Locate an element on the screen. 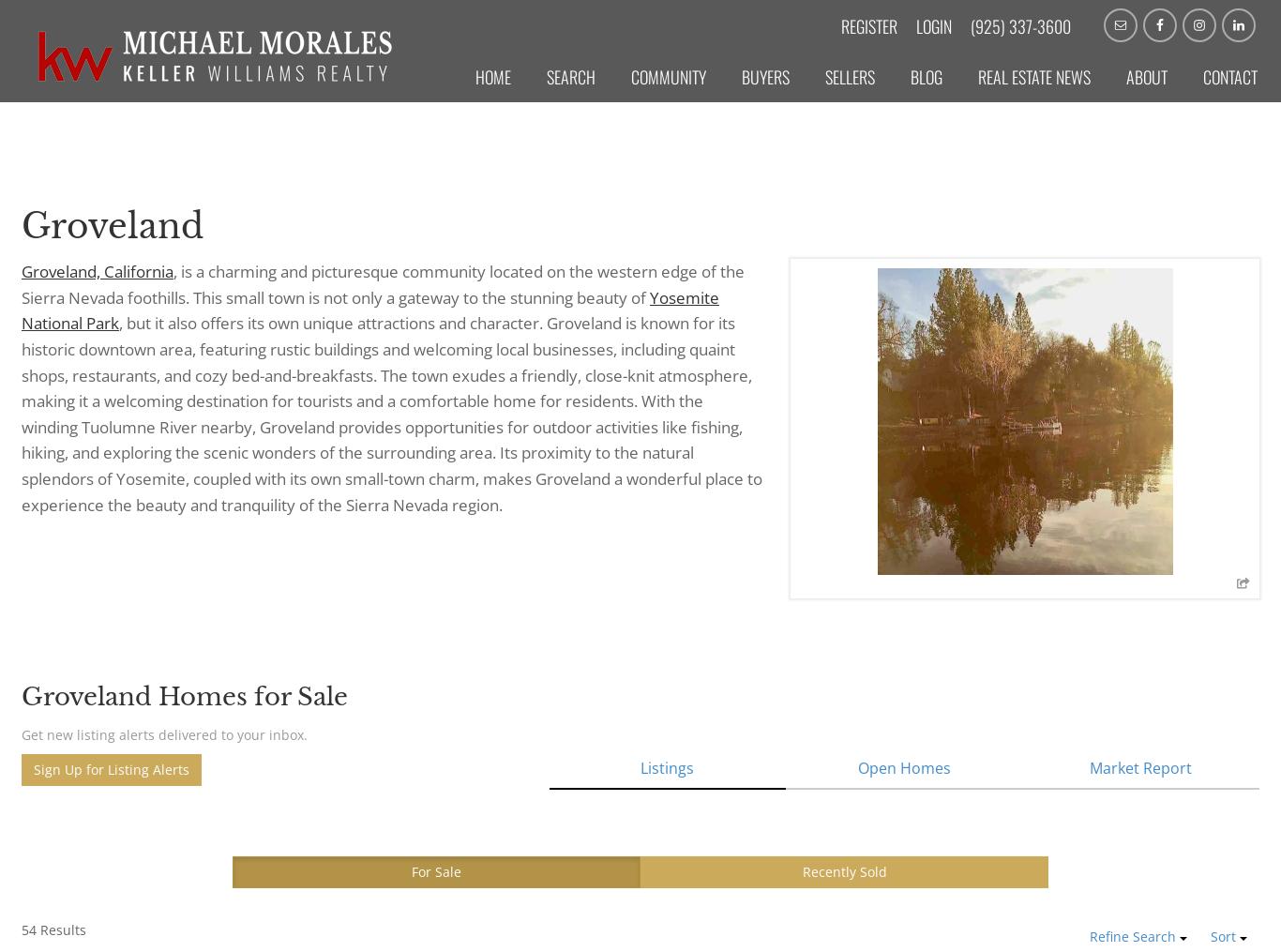 Image resolution: width=1281 pixels, height=952 pixels. 'Sort' is located at coordinates (1224, 936).